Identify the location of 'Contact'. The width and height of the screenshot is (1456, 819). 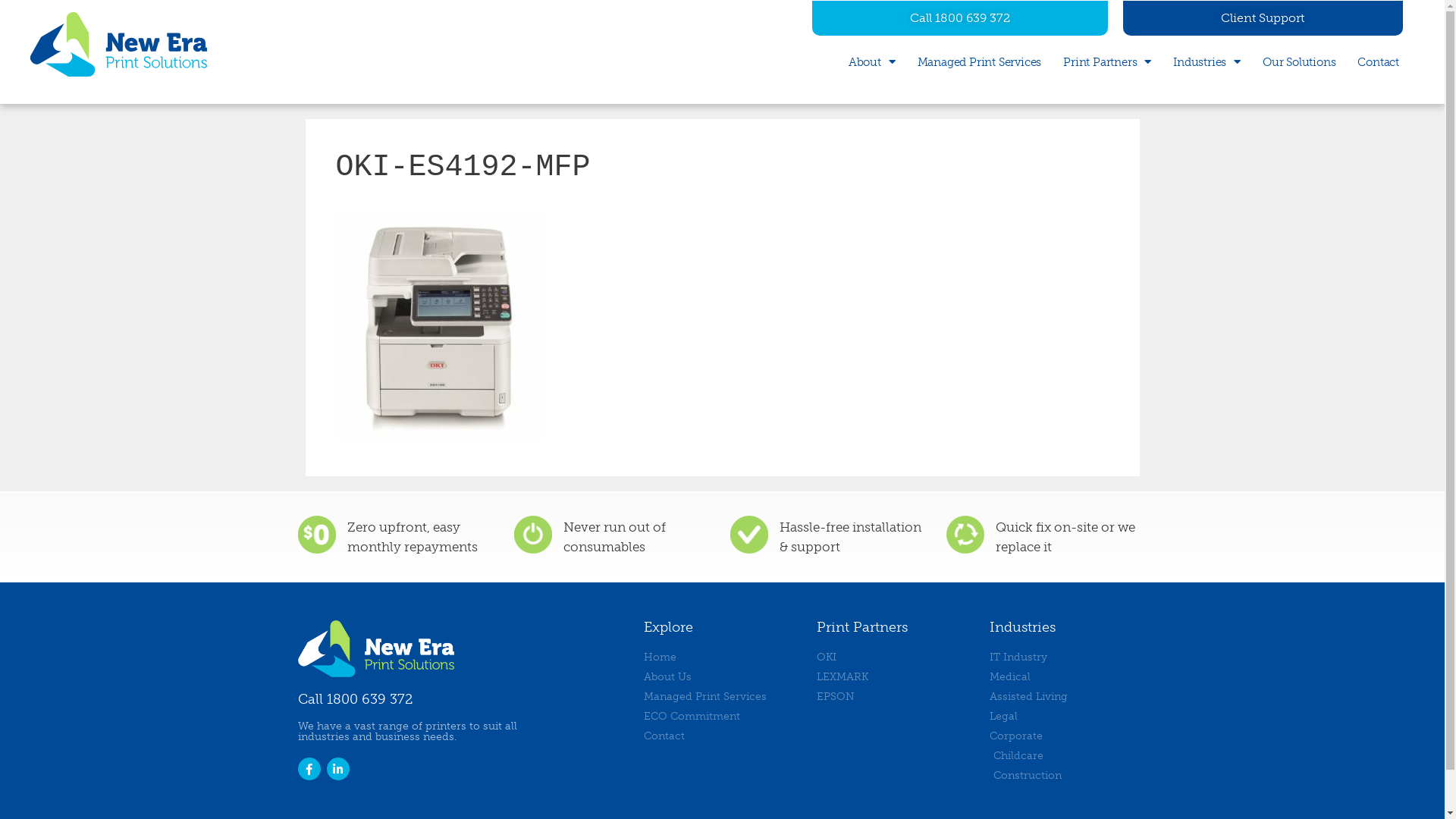
(1378, 61).